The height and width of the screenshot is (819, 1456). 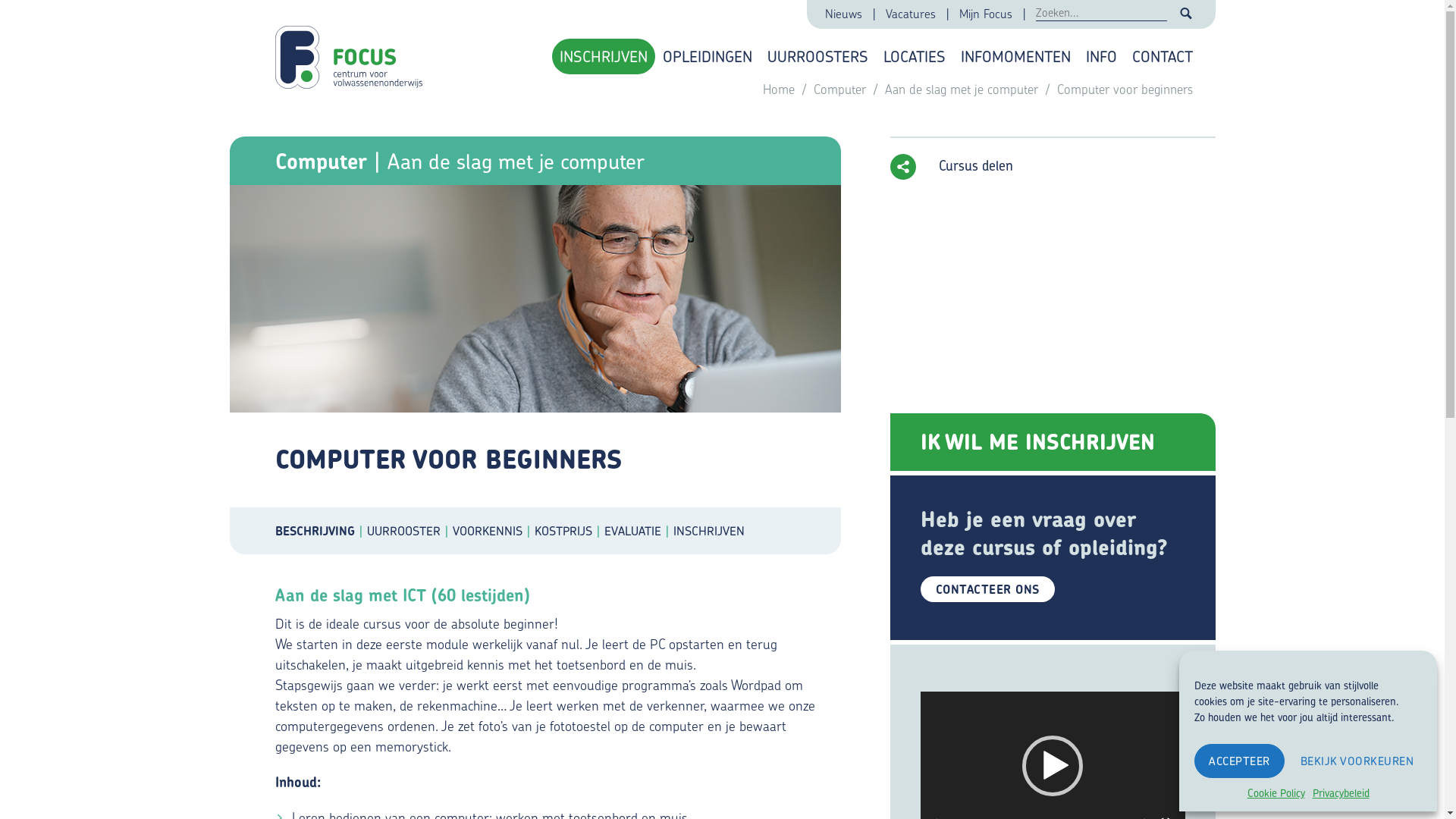 What do you see at coordinates (1357, 761) in the screenshot?
I see `'BEKIJK VOORKEUREN'` at bounding box center [1357, 761].